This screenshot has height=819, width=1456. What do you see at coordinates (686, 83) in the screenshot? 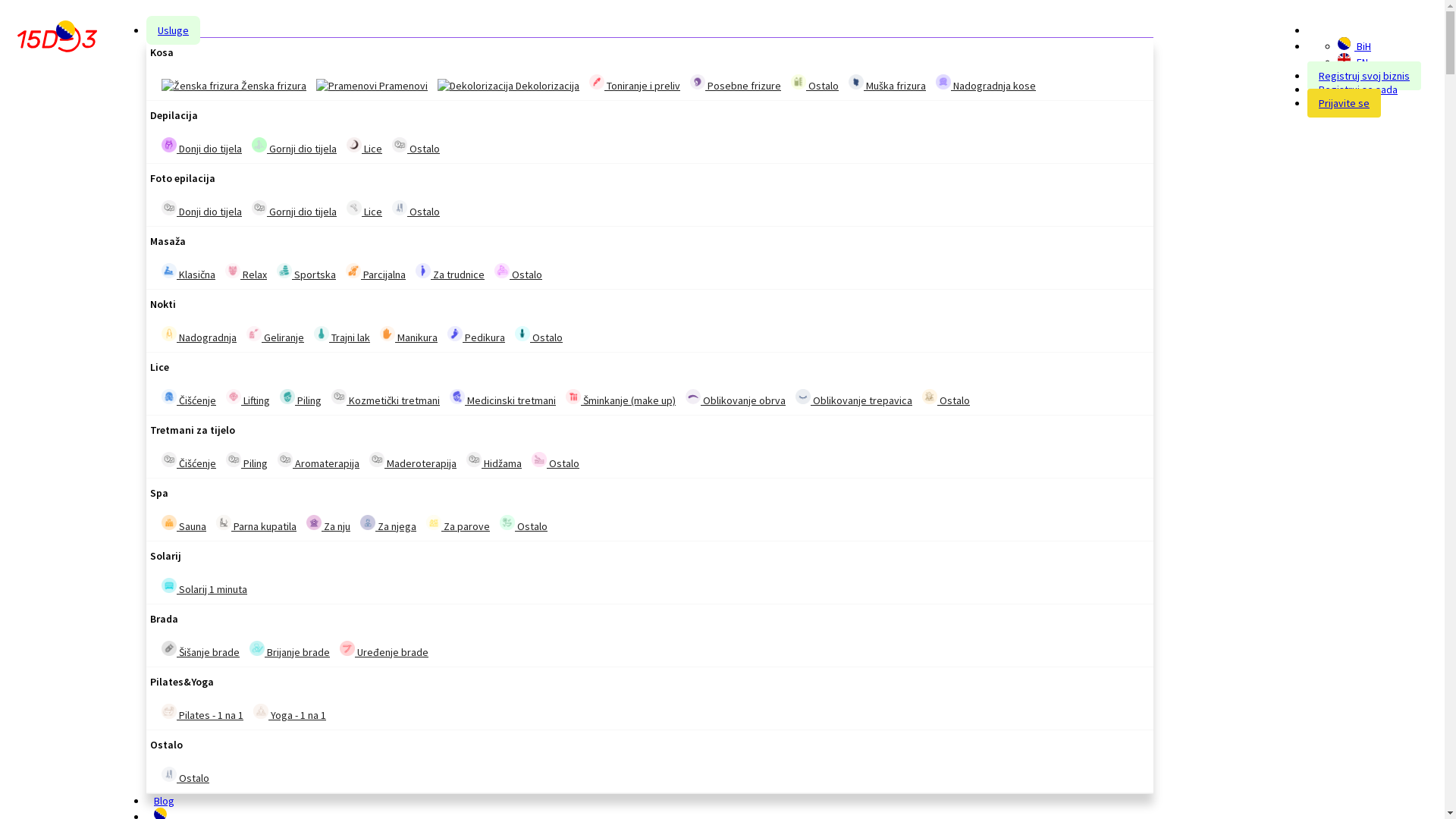
I see `'Posebne frizure'` at bounding box center [686, 83].